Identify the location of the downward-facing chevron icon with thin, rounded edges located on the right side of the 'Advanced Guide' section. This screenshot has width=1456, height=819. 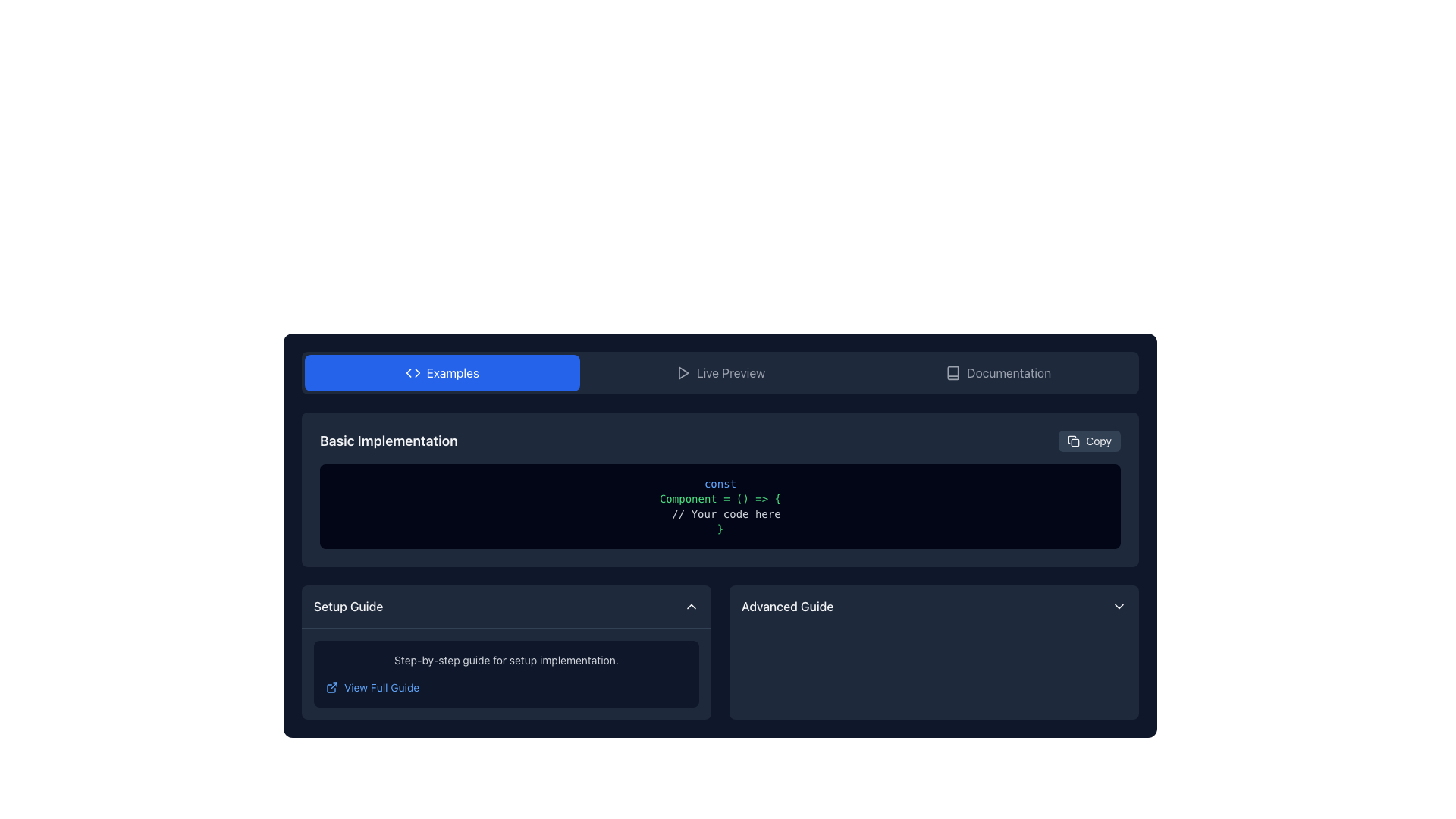
(1119, 605).